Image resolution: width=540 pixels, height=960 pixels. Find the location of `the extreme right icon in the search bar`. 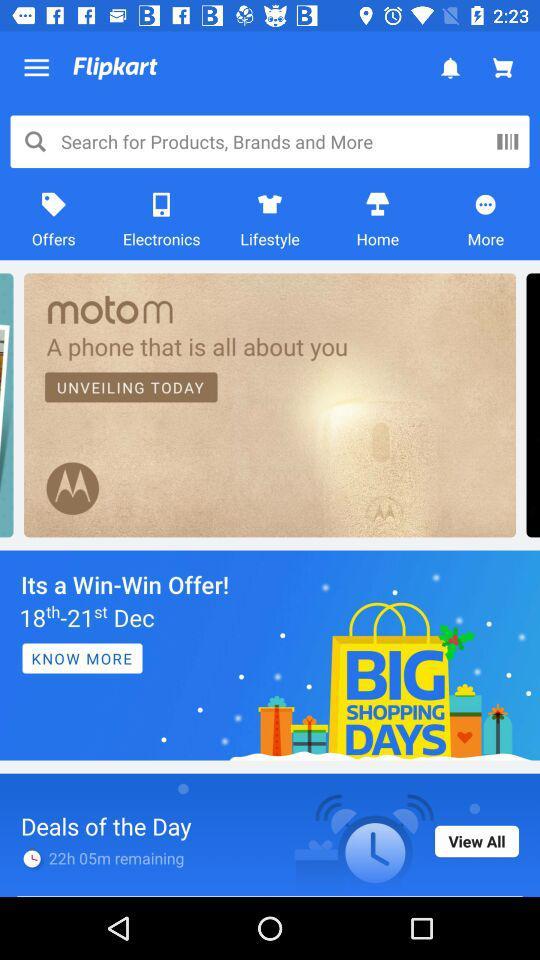

the extreme right icon in the search bar is located at coordinates (507, 140).